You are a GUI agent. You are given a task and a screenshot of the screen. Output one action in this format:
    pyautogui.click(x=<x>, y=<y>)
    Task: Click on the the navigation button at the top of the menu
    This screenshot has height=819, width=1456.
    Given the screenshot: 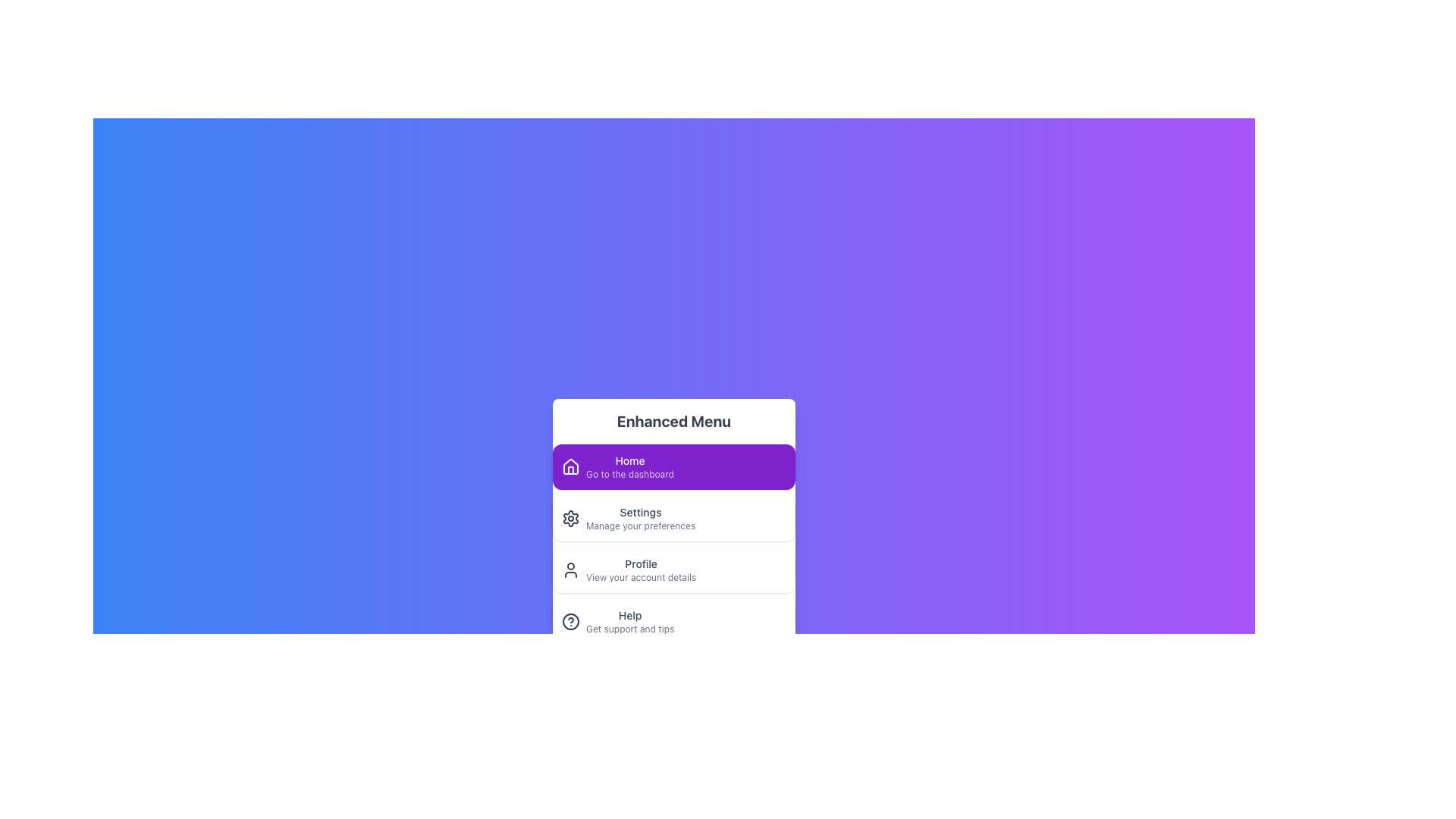 What is the action you would take?
    pyautogui.click(x=673, y=466)
    